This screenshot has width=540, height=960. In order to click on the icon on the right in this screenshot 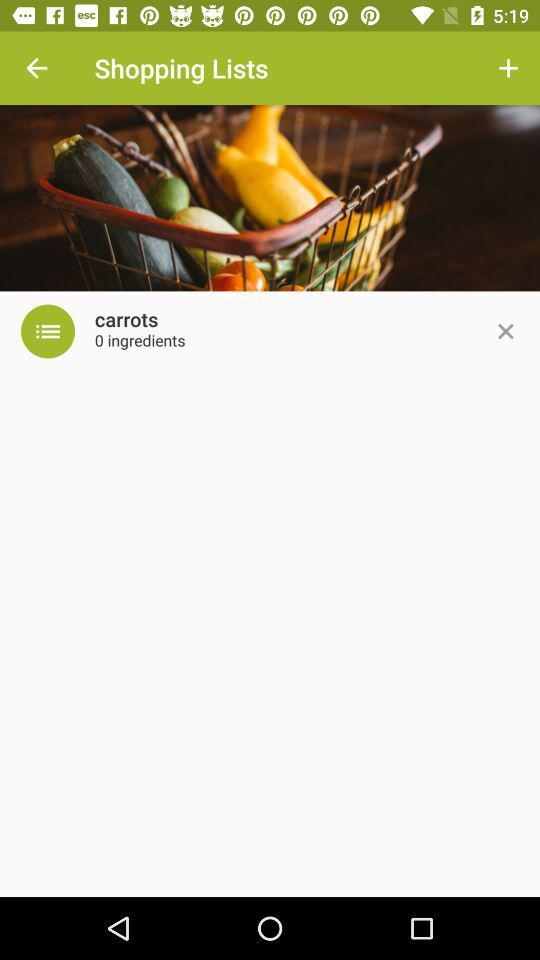, I will do `click(504, 331)`.